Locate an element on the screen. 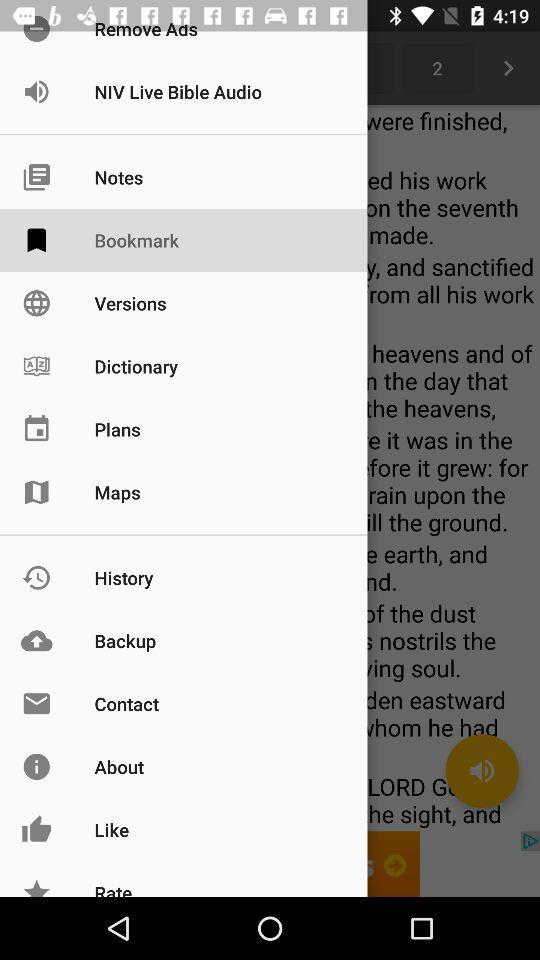 This screenshot has width=540, height=960. number 2 which is just beside the right arrow icon is located at coordinates (436, 68).